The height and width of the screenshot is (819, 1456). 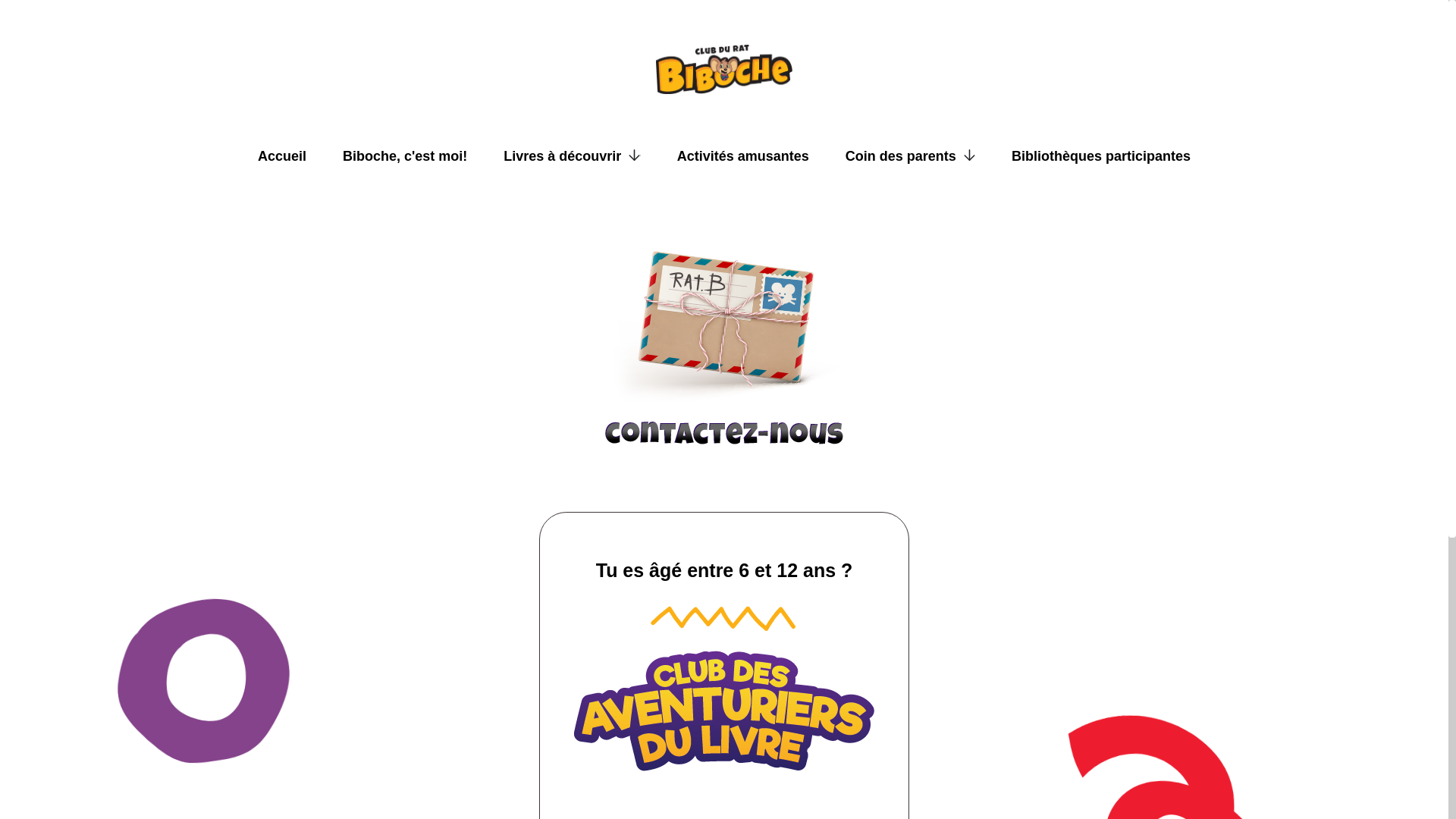 What do you see at coordinates (723, 348) in the screenshot?
I see `'Contacter par courriel'` at bounding box center [723, 348].